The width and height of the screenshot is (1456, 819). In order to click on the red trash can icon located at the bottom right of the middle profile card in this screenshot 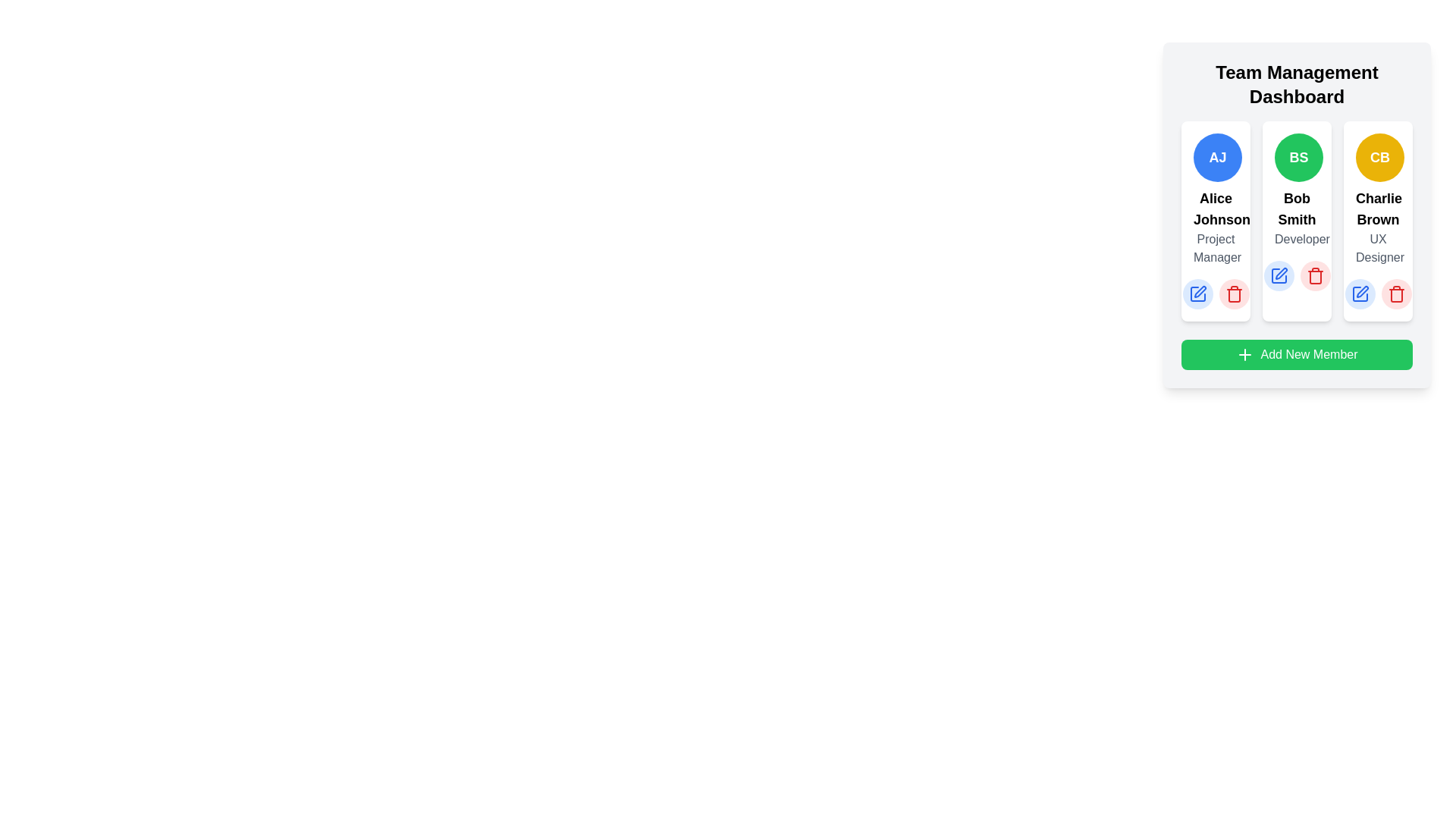, I will do `click(1314, 275)`.